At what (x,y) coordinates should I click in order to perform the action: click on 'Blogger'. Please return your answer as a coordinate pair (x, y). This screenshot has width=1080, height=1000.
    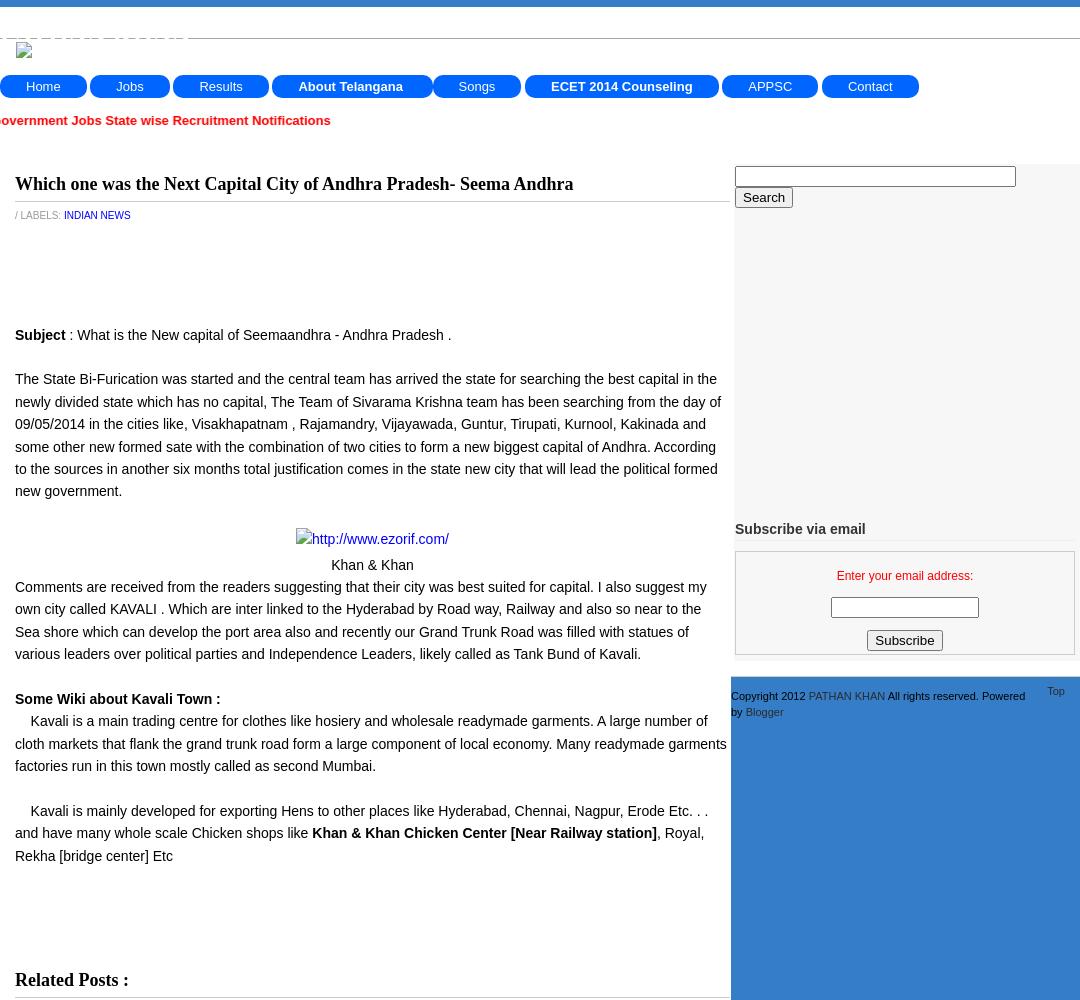
    Looking at the image, I should click on (763, 711).